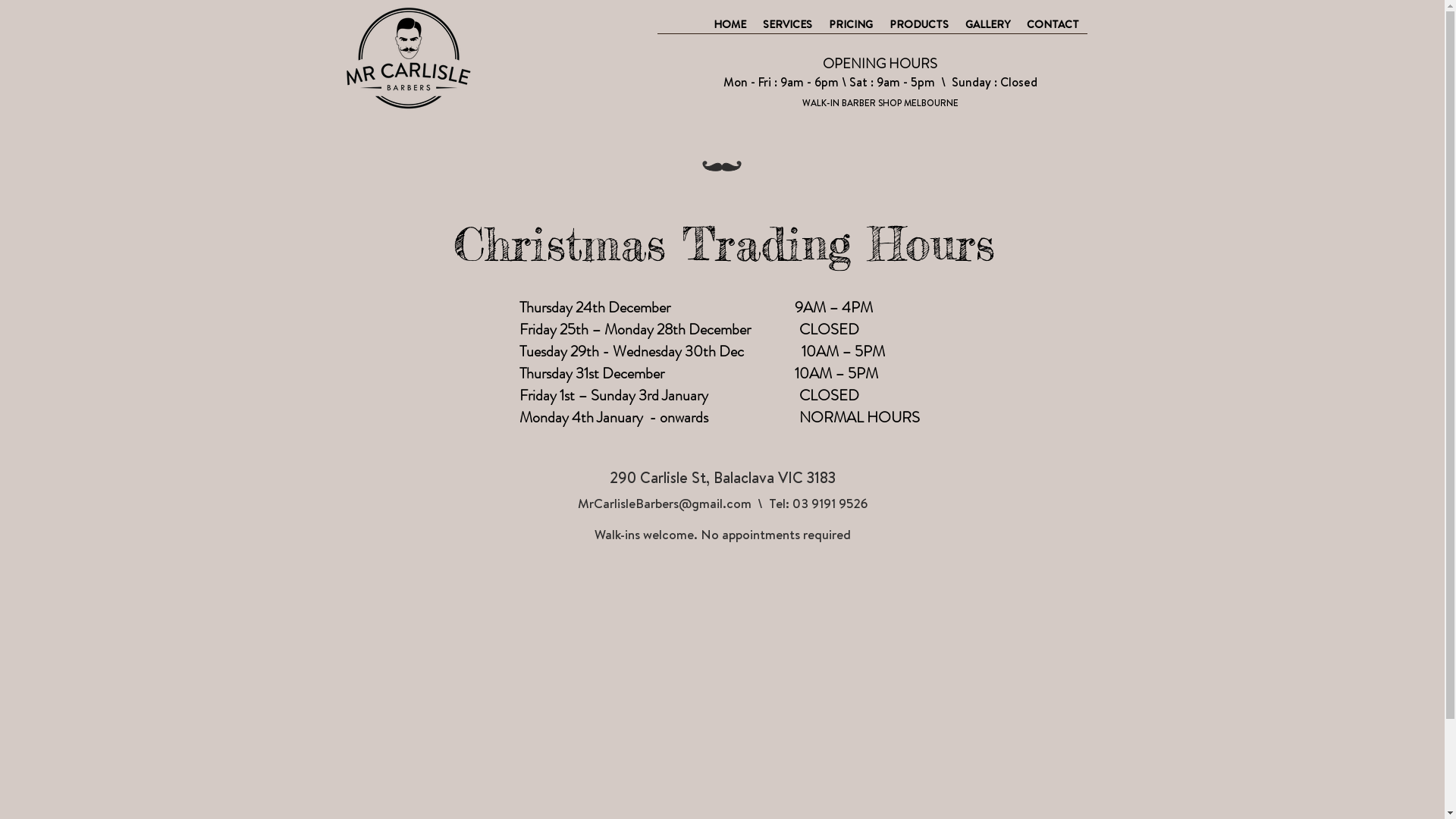 This screenshot has height=819, width=1456. What do you see at coordinates (730, 29) in the screenshot?
I see `'HOME'` at bounding box center [730, 29].